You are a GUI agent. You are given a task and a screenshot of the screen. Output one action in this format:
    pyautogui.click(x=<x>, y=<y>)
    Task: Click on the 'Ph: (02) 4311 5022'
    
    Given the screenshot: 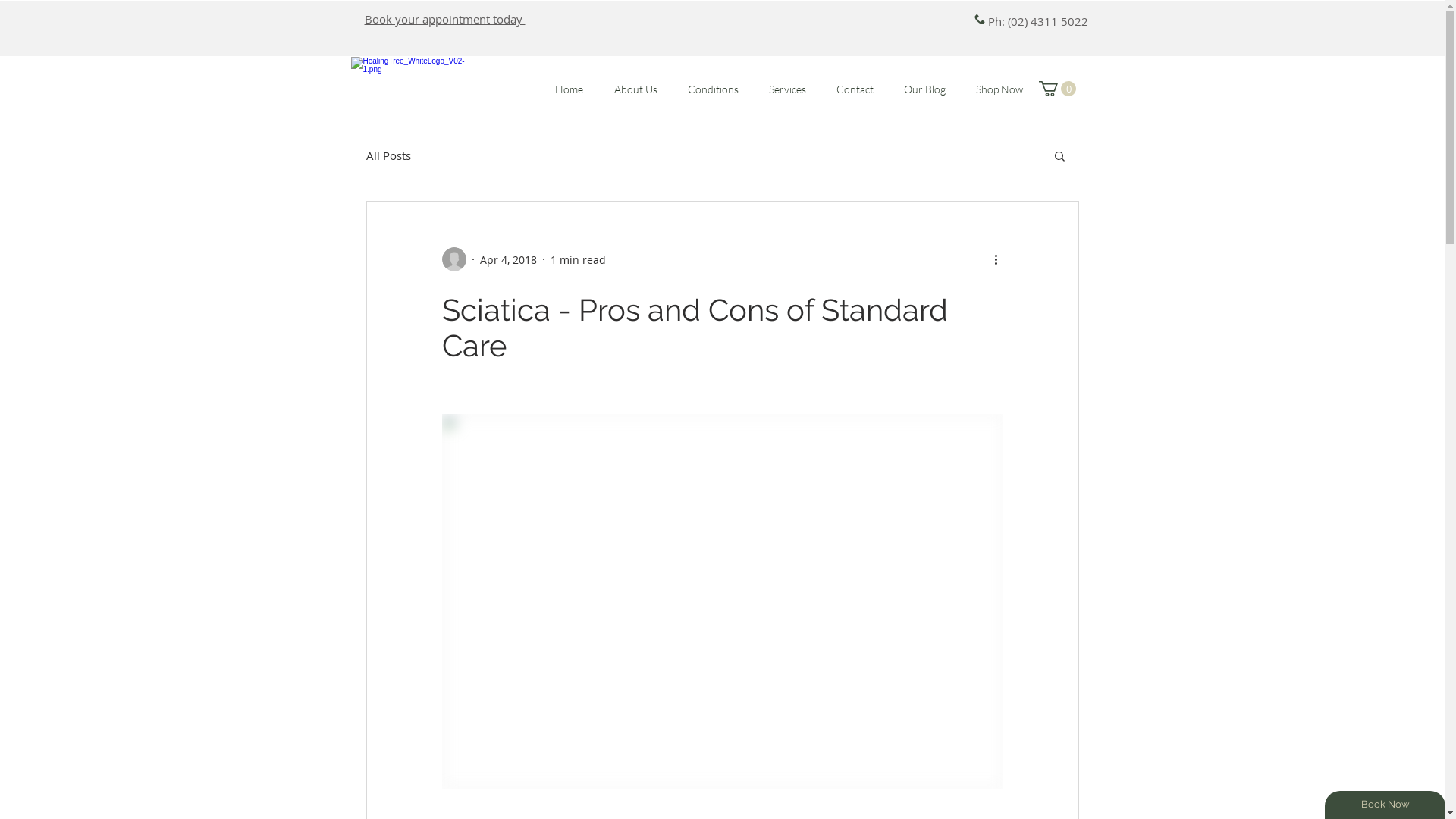 What is the action you would take?
    pyautogui.click(x=1037, y=20)
    